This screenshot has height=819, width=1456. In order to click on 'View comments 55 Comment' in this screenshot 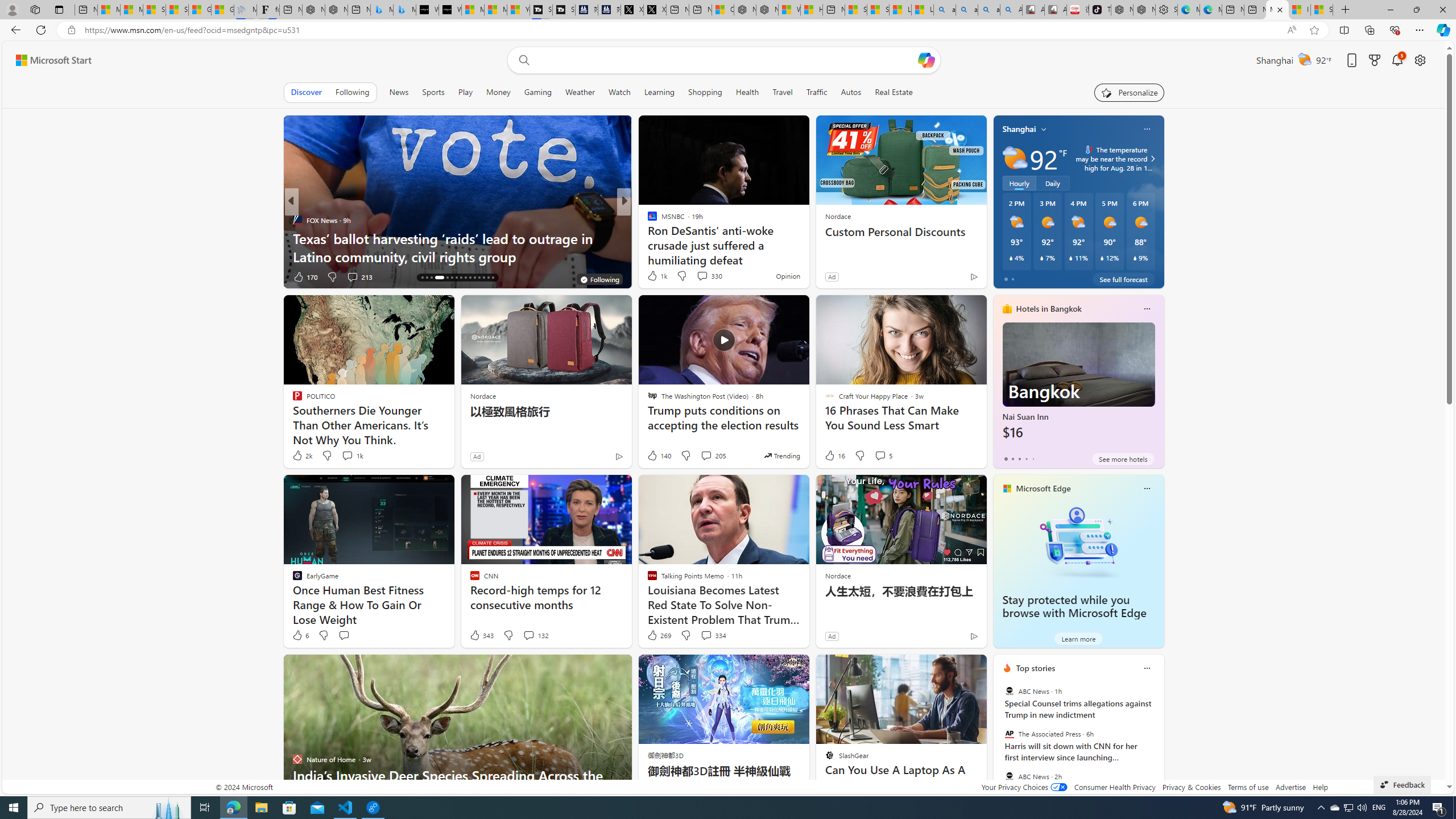, I will do `click(698, 276)`.